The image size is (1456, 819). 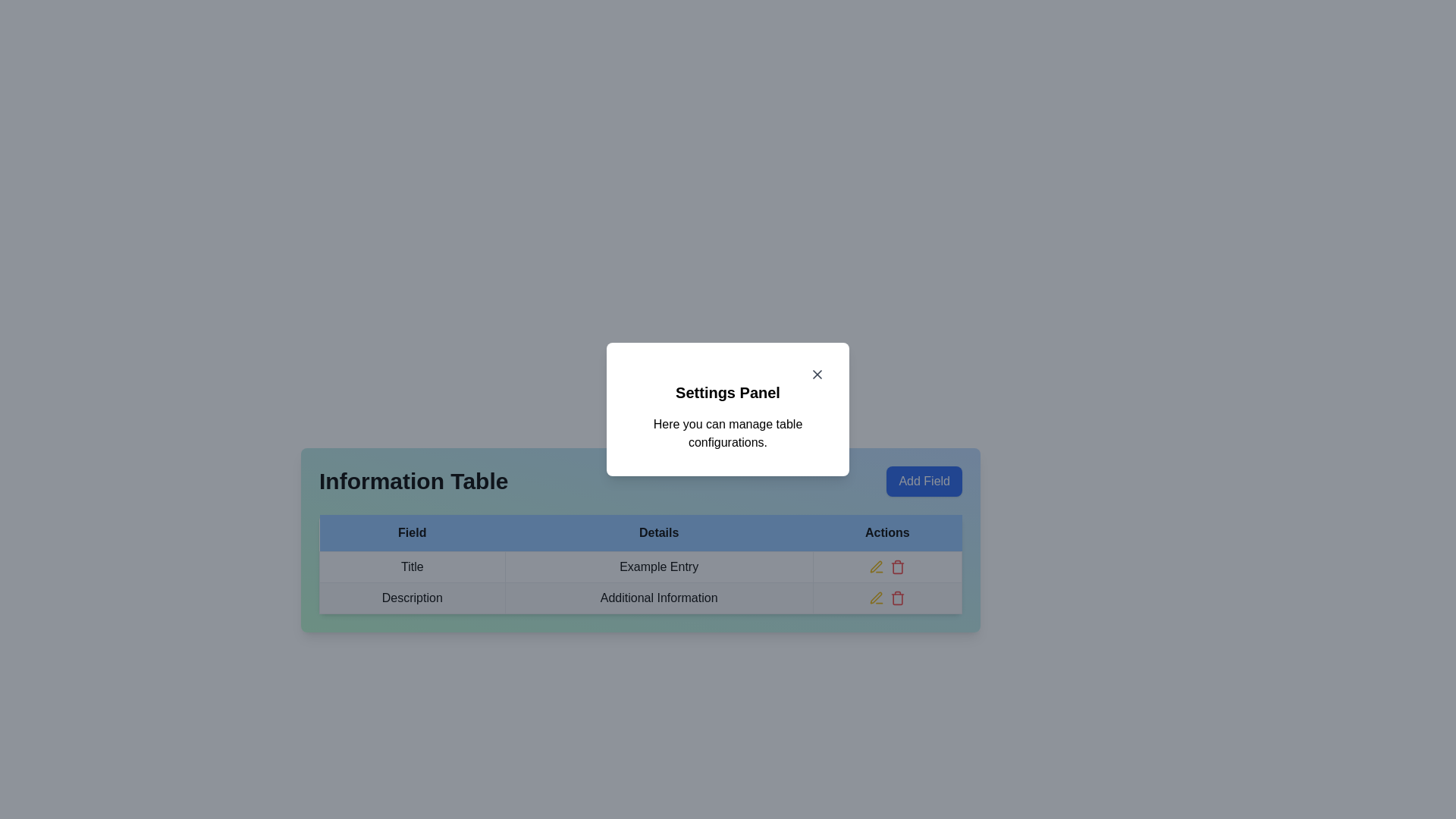 What do you see at coordinates (640, 581) in the screenshot?
I see `the data row` at bounding box center [640, 581].